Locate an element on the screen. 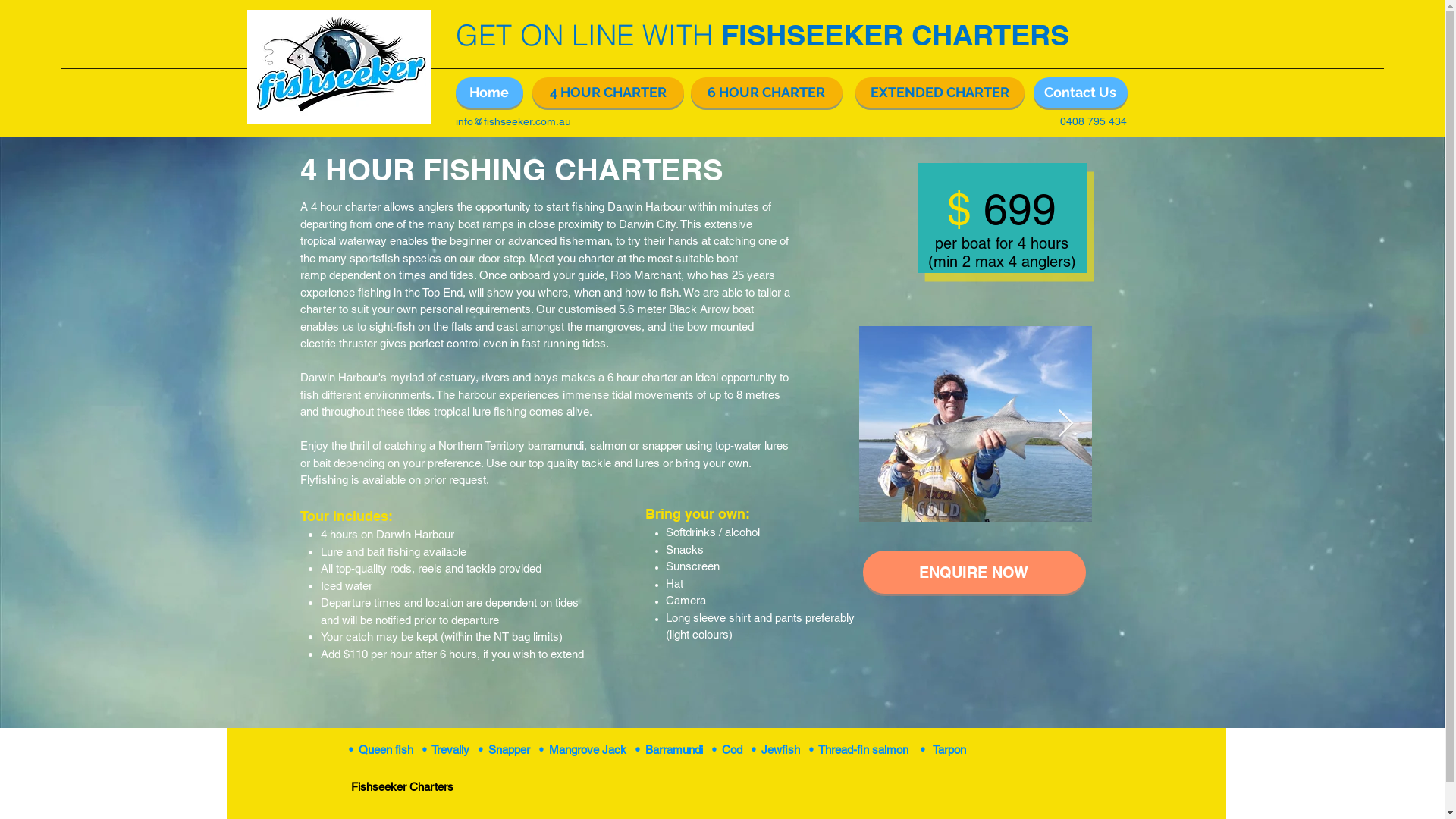 This screenshot has width=1456, height=819. 'info@fishseeker.com.au' is located at coordinates (513, 120).